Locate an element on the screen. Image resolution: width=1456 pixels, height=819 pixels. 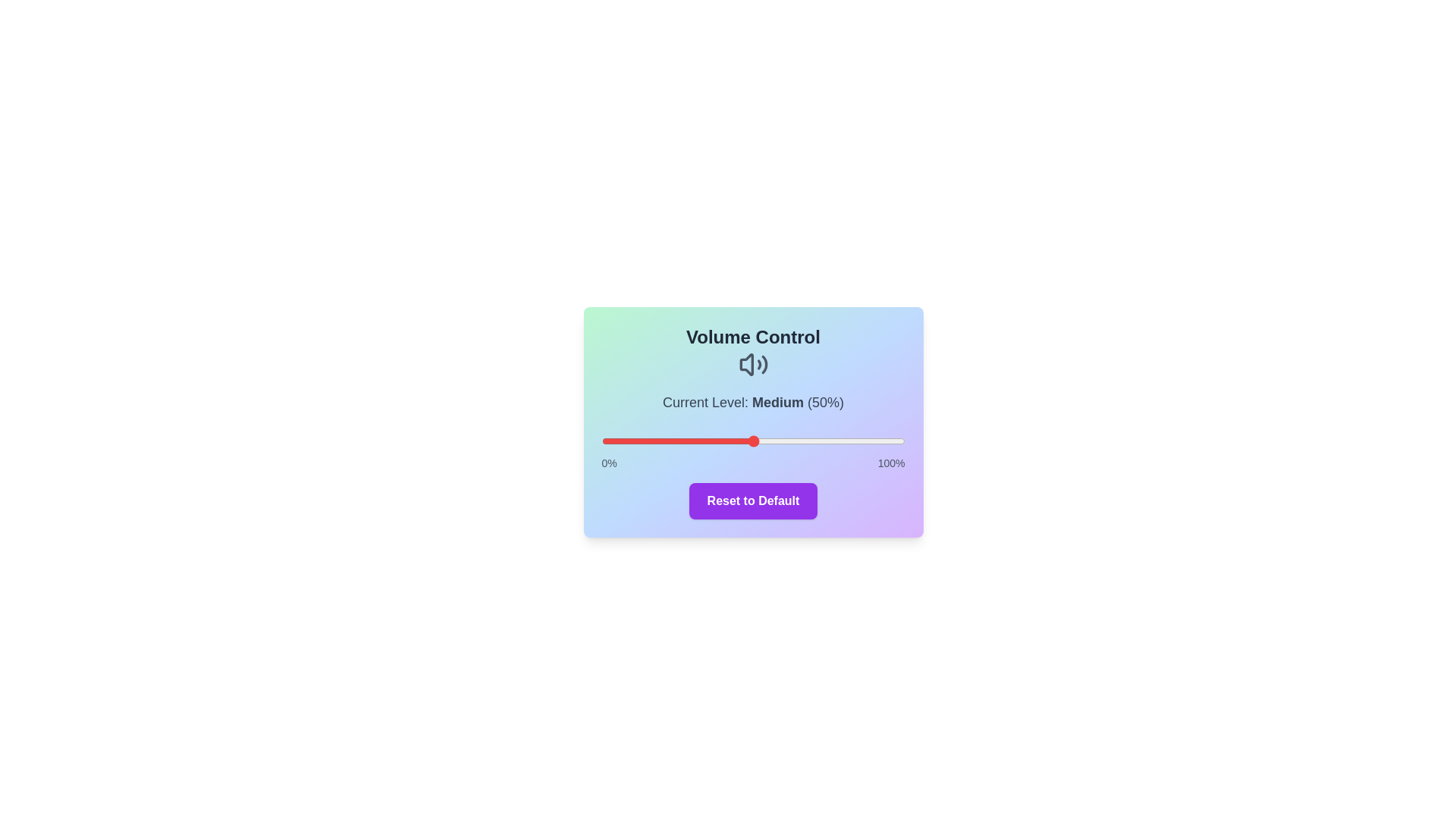
the volume icon in the header is located at coordinates (753, 365).